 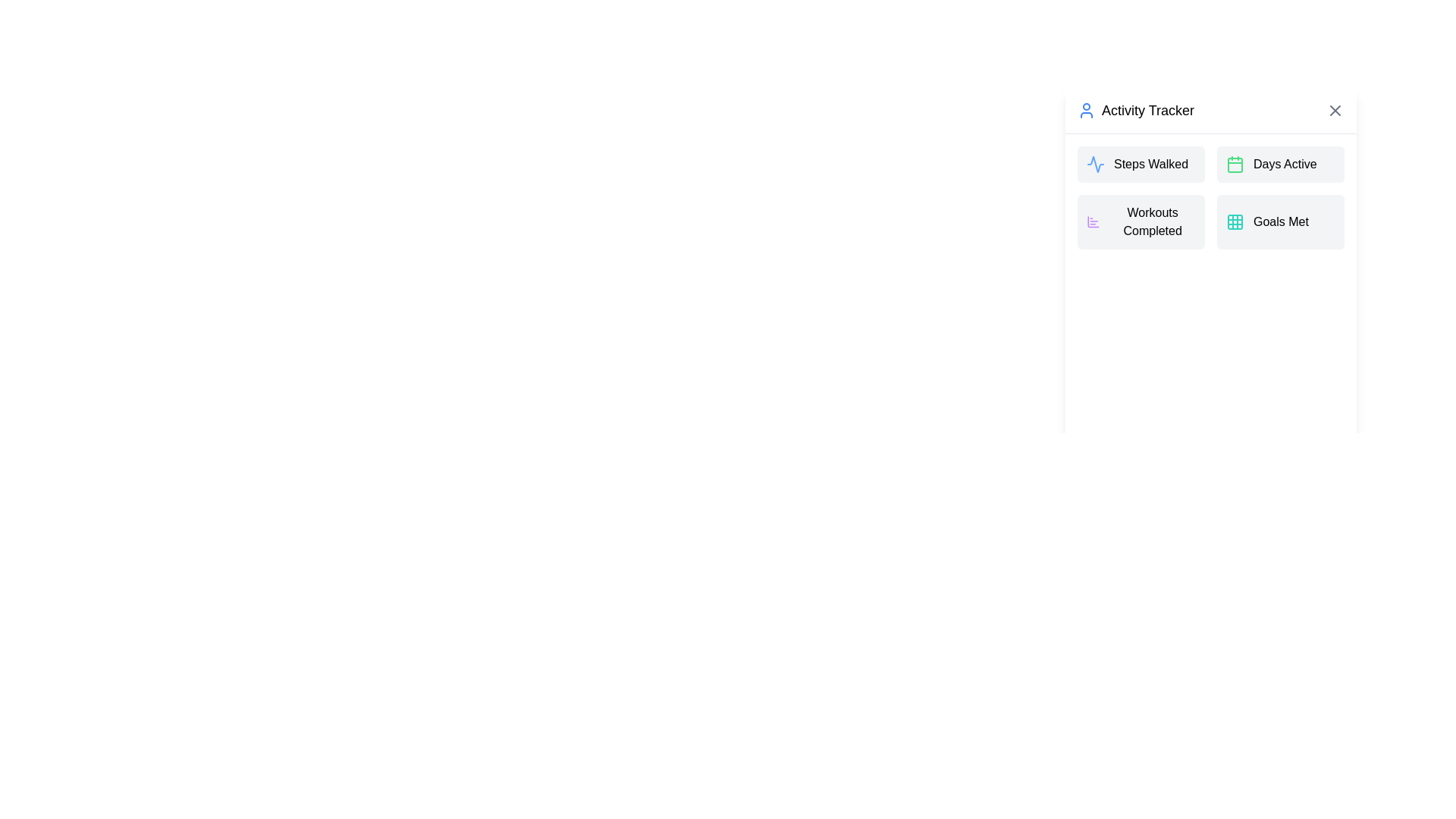 I want to click on the 'Workouts Completed' button located in the lower-left corner of the 2 by 2 grid in the 'Activity Tracker' section for accessibility purposes, so click(x=1141, y=222).